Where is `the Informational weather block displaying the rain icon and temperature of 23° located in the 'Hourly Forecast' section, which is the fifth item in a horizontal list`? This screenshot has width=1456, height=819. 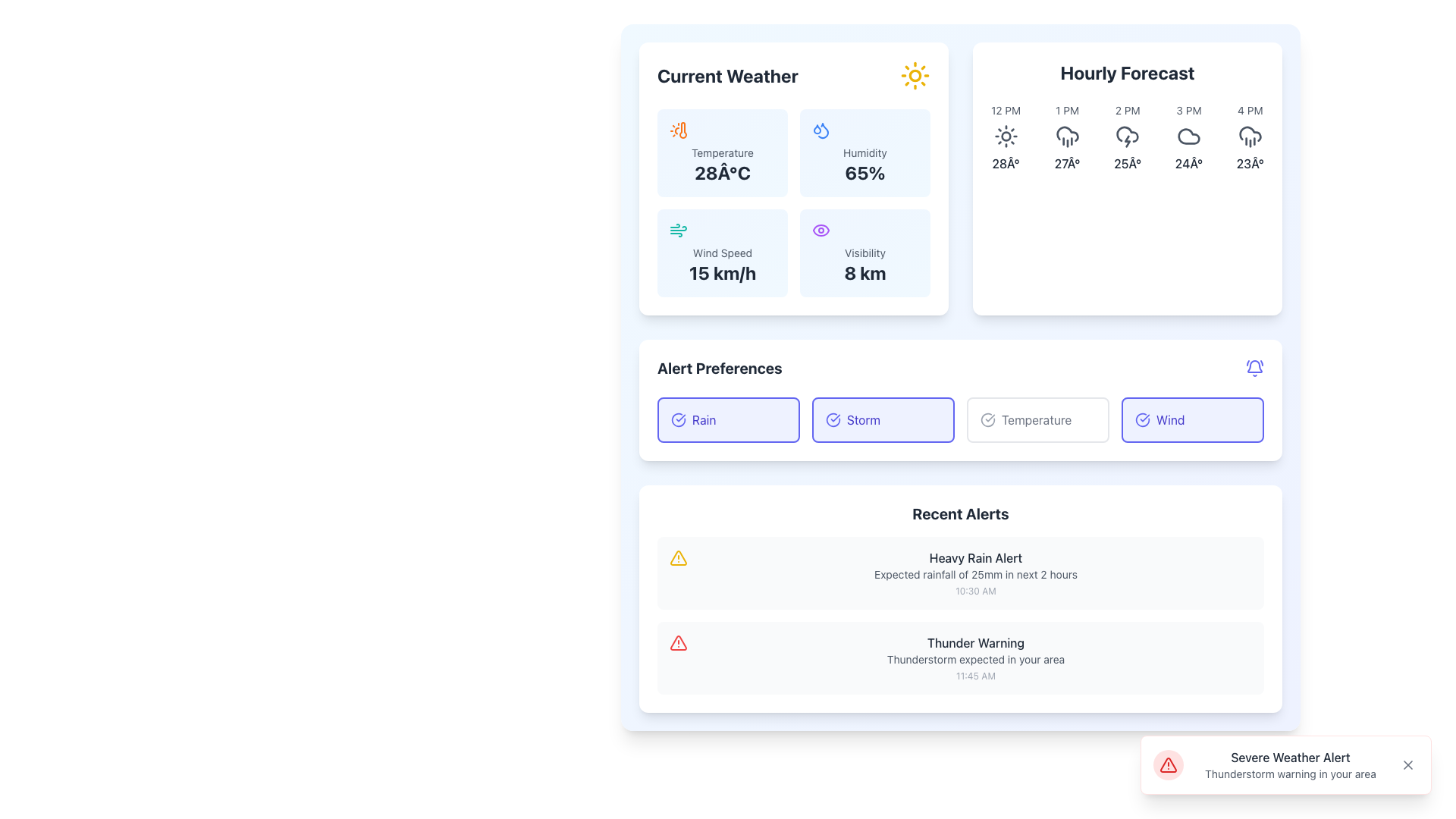 the Informational weather block displaying the rain icon and temperature of 23° located in the 'Hourly Forecast' section, which is the fifth item in a horizontal list is located at coordinates (1250, 137).